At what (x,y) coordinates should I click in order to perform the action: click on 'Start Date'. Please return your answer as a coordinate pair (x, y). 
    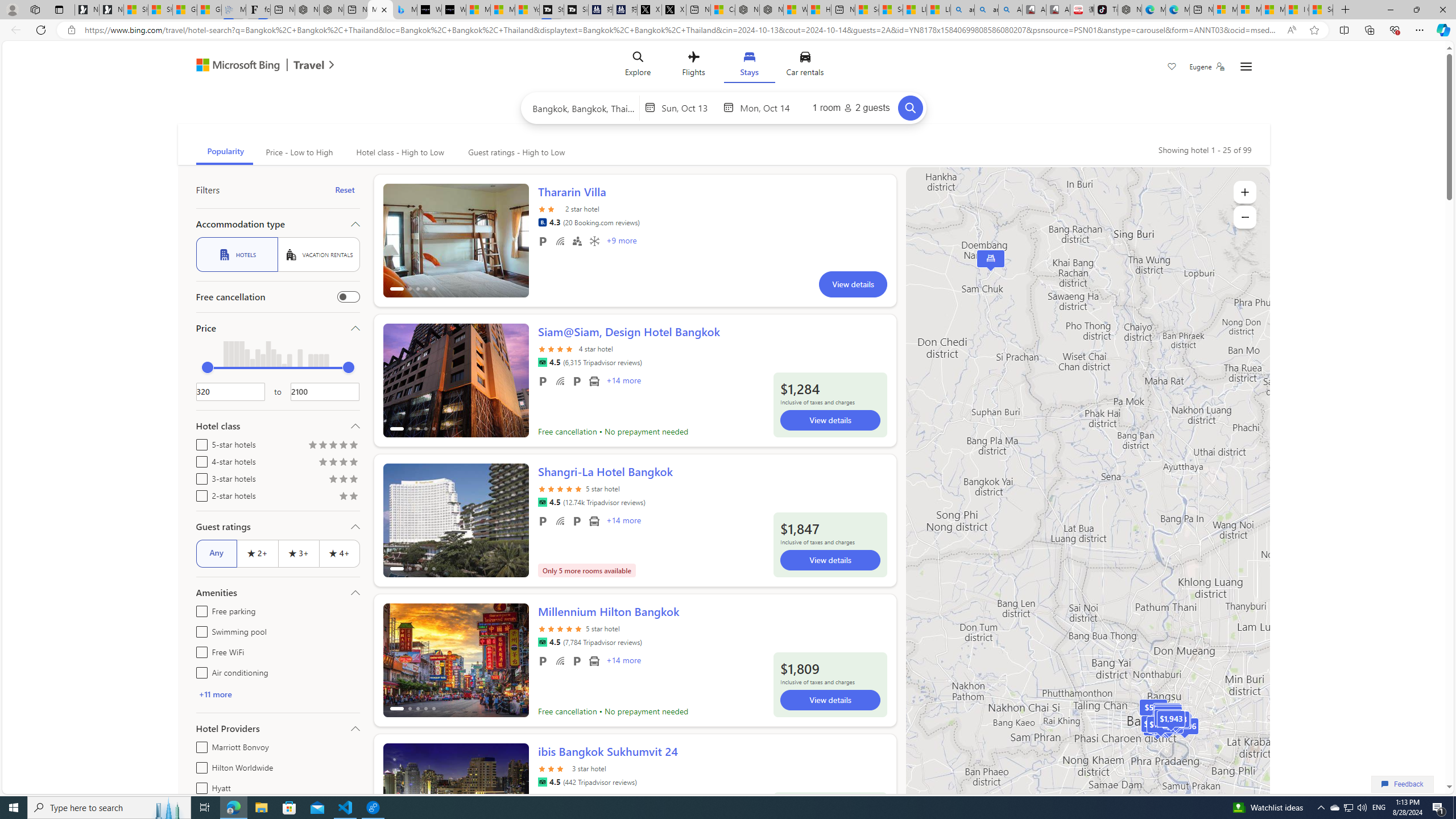
    Looking at the image, I should click on (689, 107).